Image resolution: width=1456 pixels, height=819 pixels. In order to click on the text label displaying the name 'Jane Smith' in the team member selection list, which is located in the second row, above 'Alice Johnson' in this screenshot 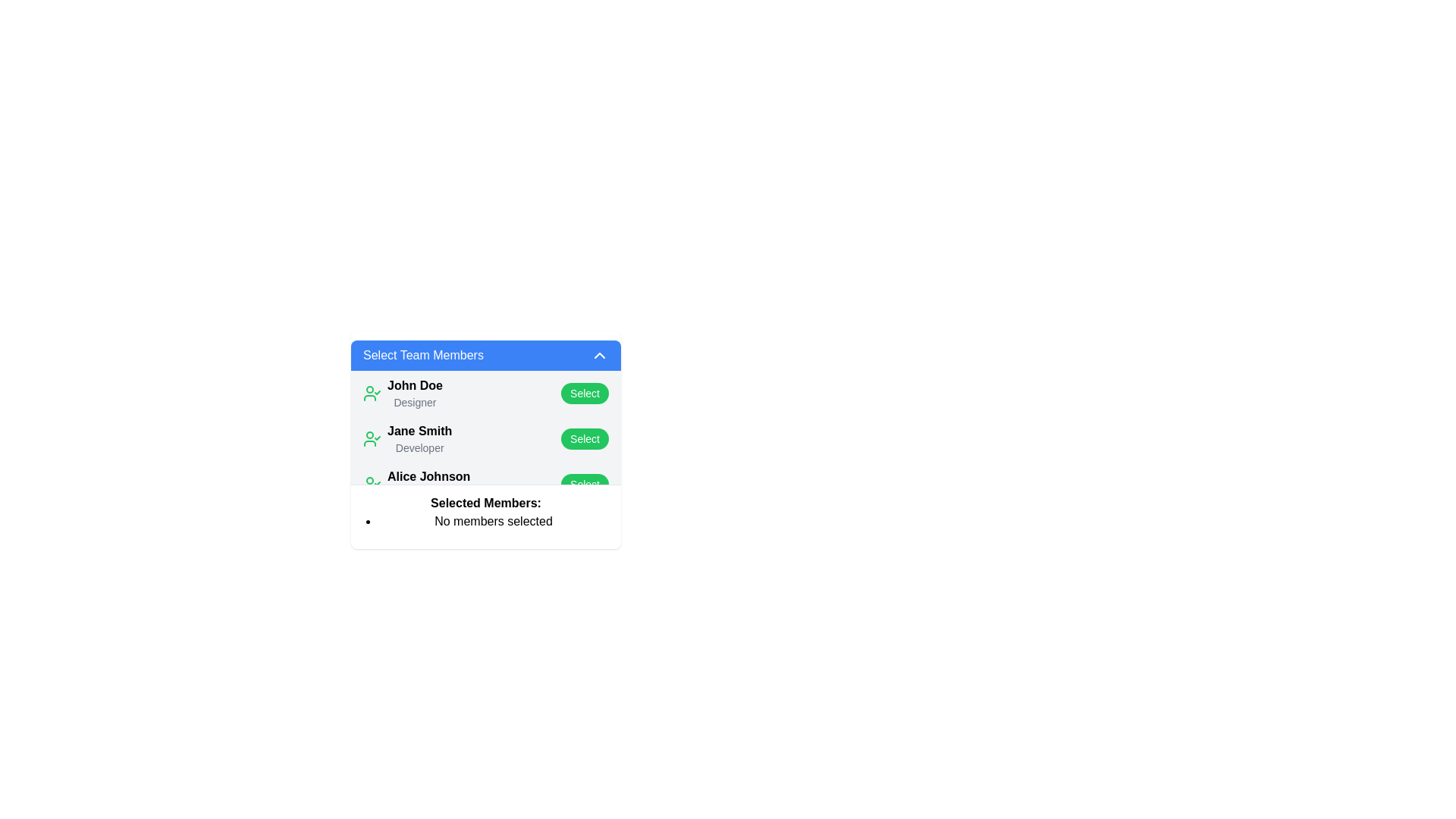, I will do `click(419, 431)`.